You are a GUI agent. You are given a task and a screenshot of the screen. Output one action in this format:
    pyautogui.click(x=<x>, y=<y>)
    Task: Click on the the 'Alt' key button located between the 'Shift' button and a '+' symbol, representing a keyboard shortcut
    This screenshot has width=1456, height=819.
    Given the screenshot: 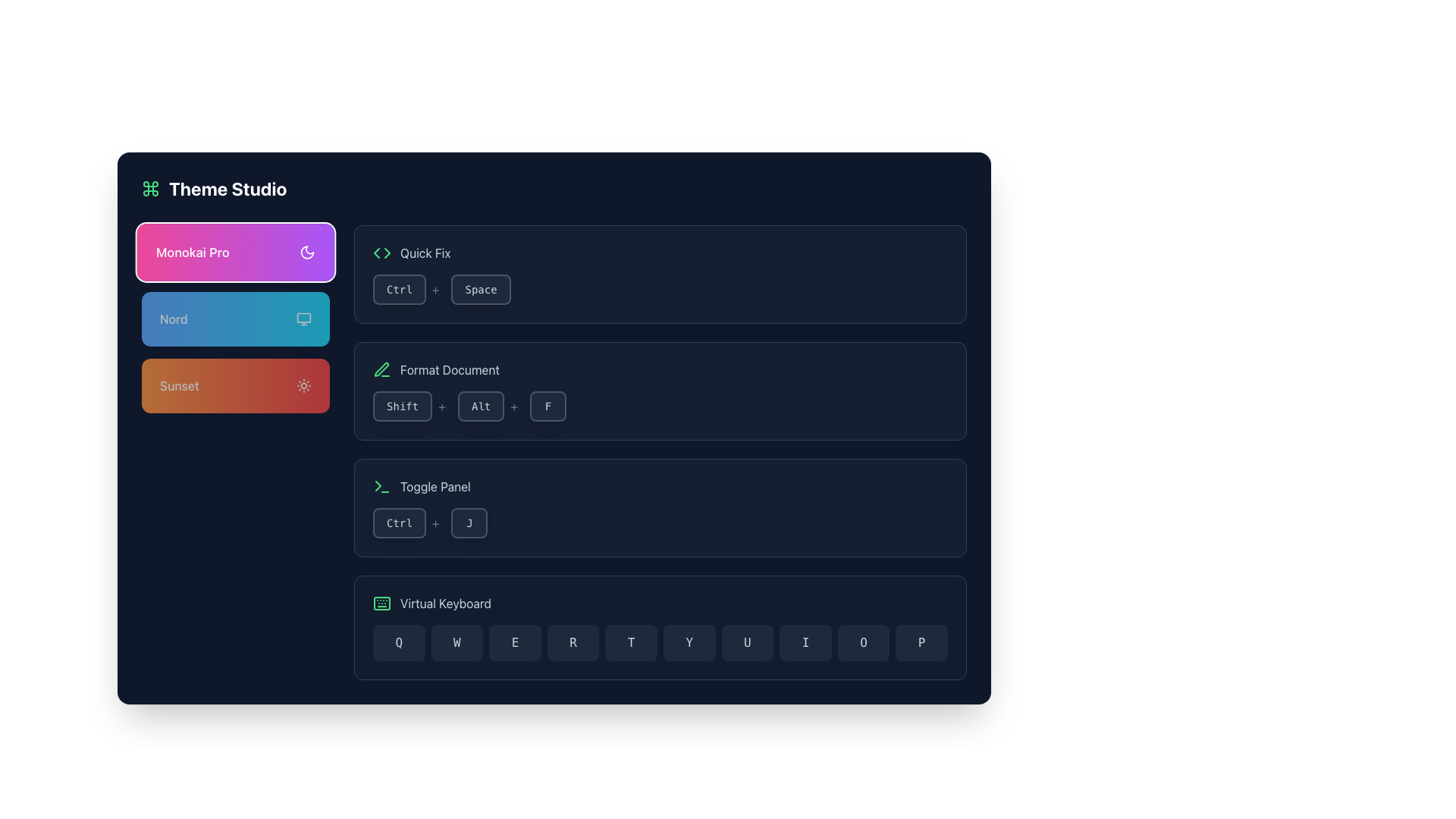 What is the action you would take?
    pyautogui.click(x=480, y=406)
    